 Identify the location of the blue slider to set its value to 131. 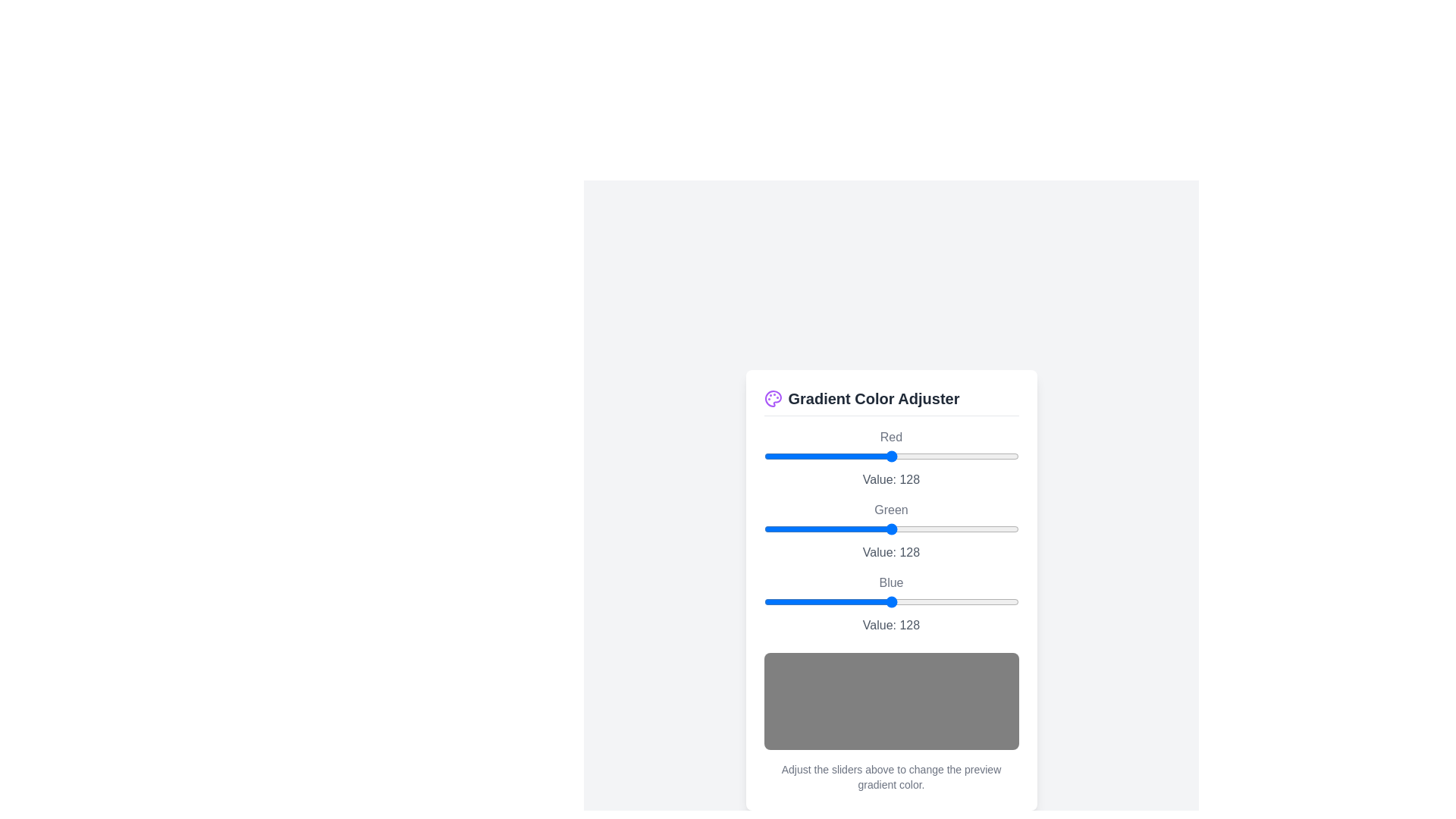
(895, 601).